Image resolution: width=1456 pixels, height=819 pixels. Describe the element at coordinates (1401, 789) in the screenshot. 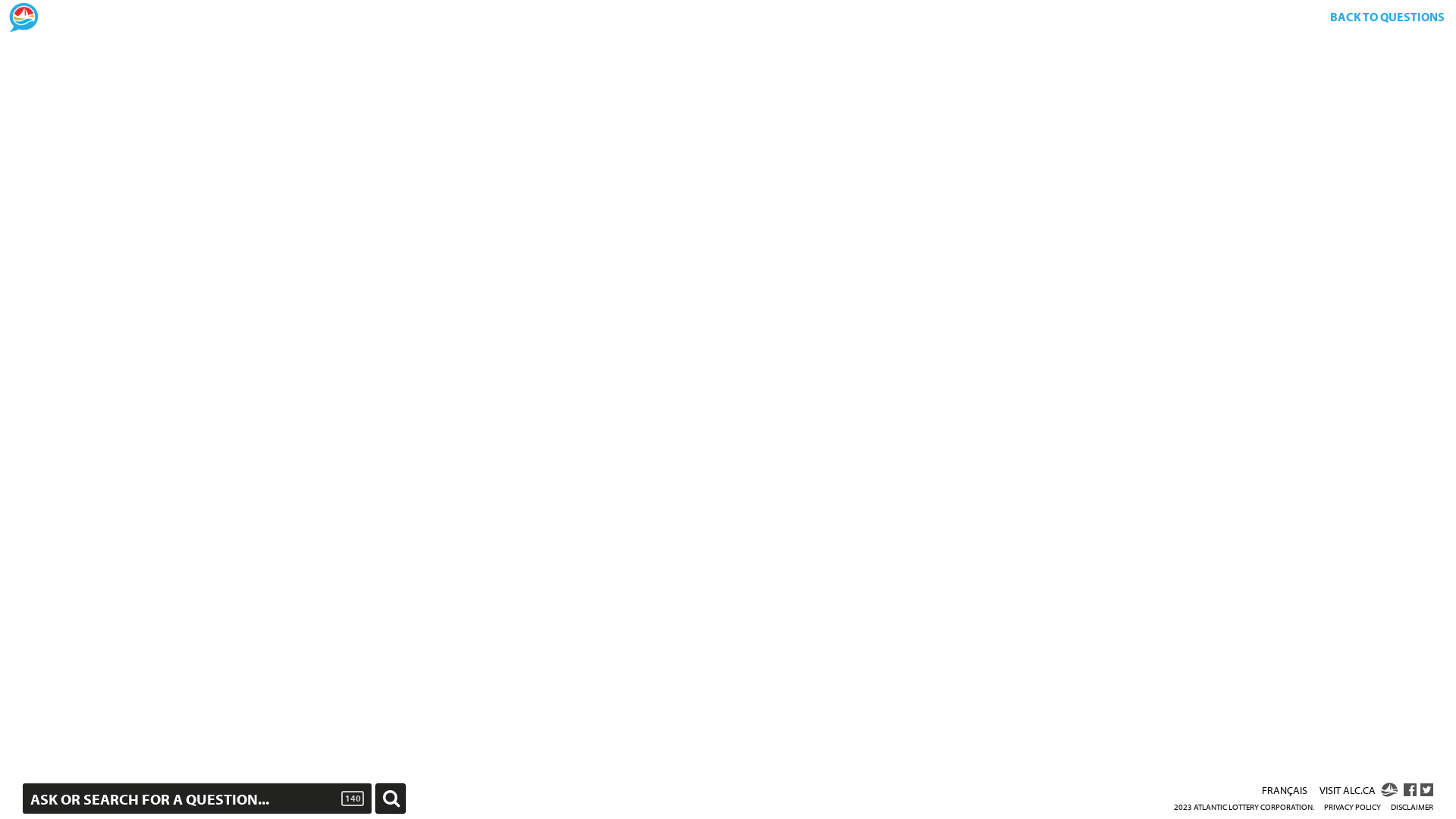

I see `'ALC FACEBOOK'` at that location.